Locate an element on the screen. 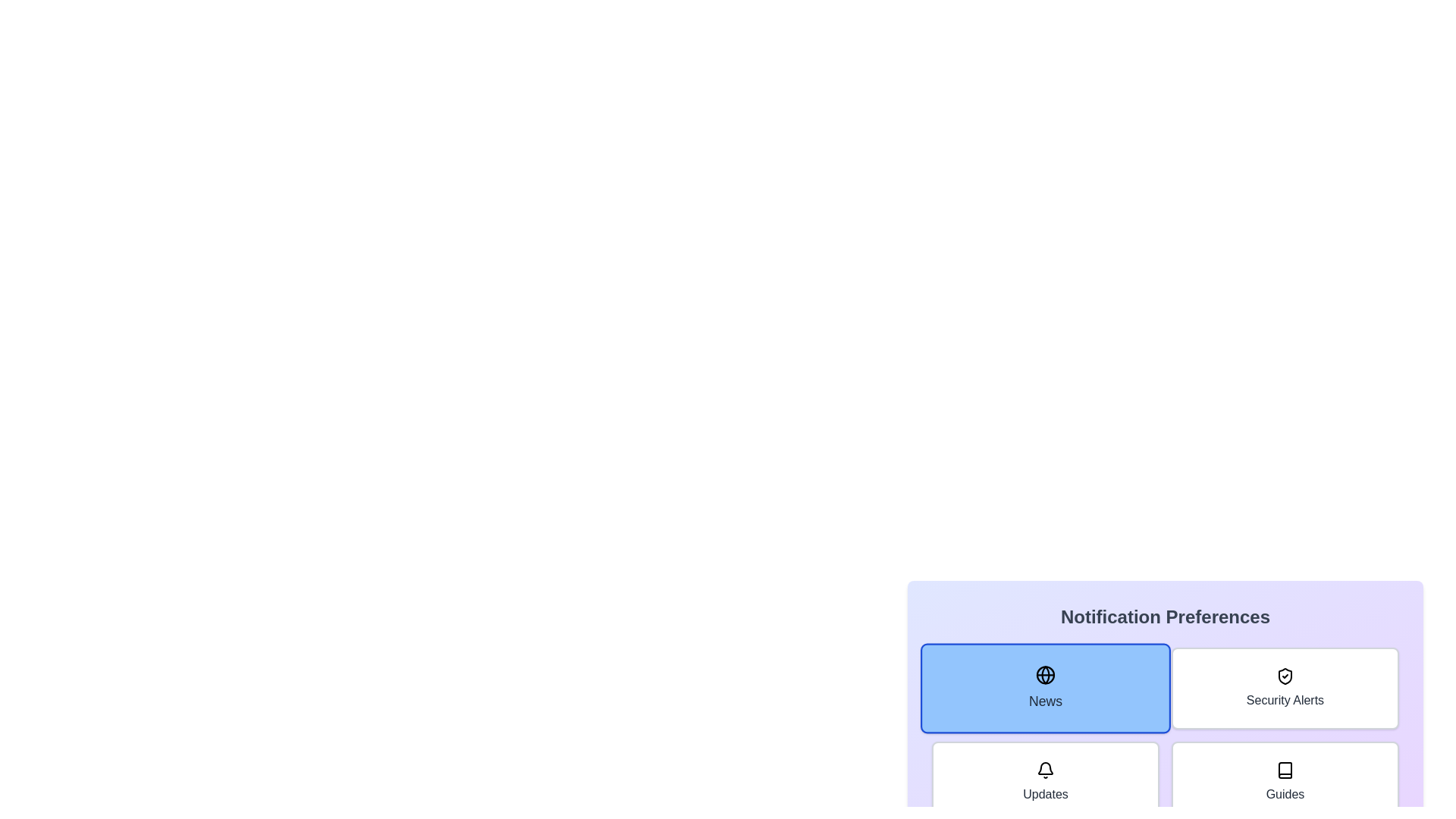  the 'News' button to toggle its notification preference is located at coordinates (1044, 688).